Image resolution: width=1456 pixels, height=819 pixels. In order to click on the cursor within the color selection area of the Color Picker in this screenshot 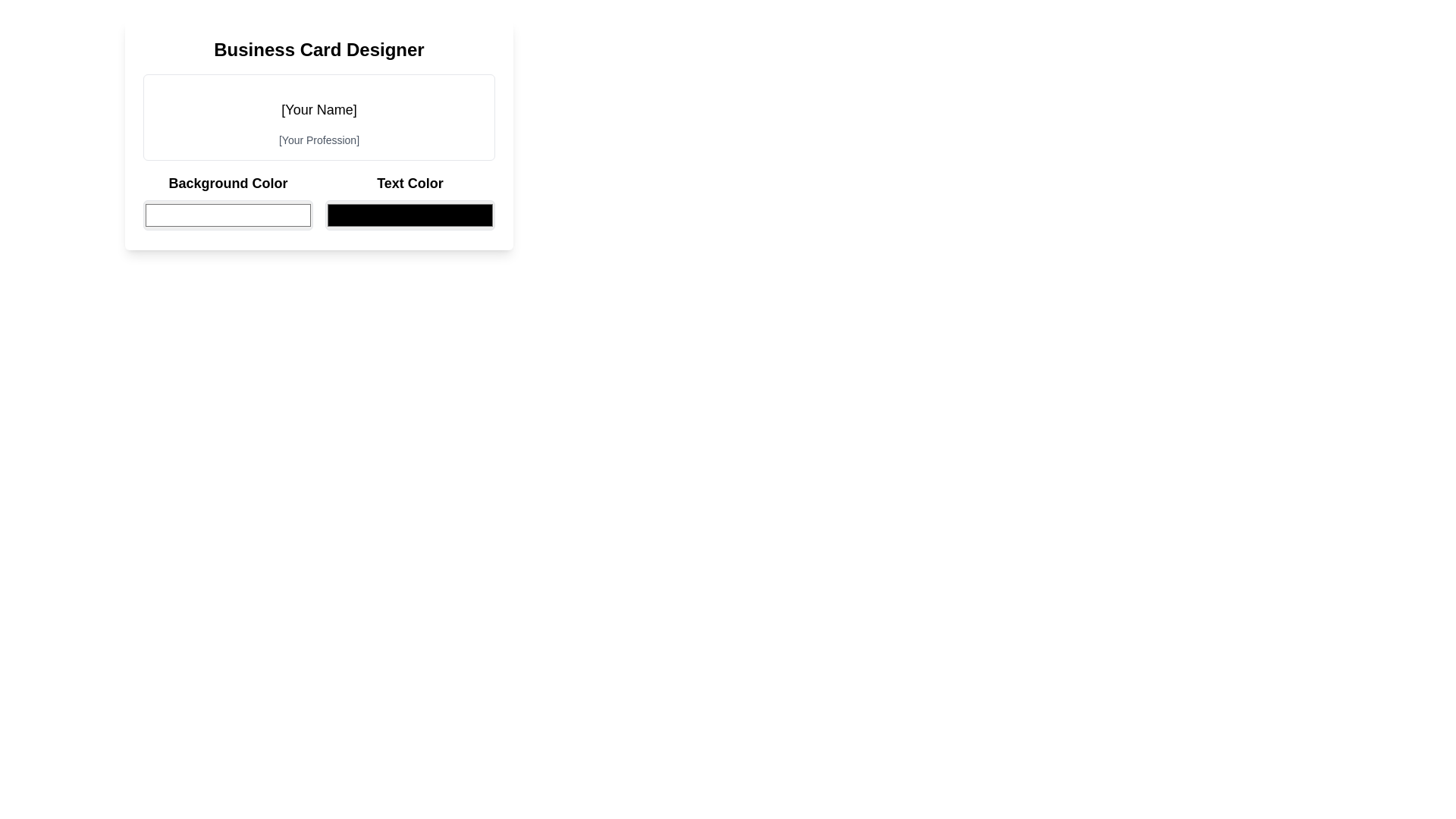, I will do `click(318, 201)`.